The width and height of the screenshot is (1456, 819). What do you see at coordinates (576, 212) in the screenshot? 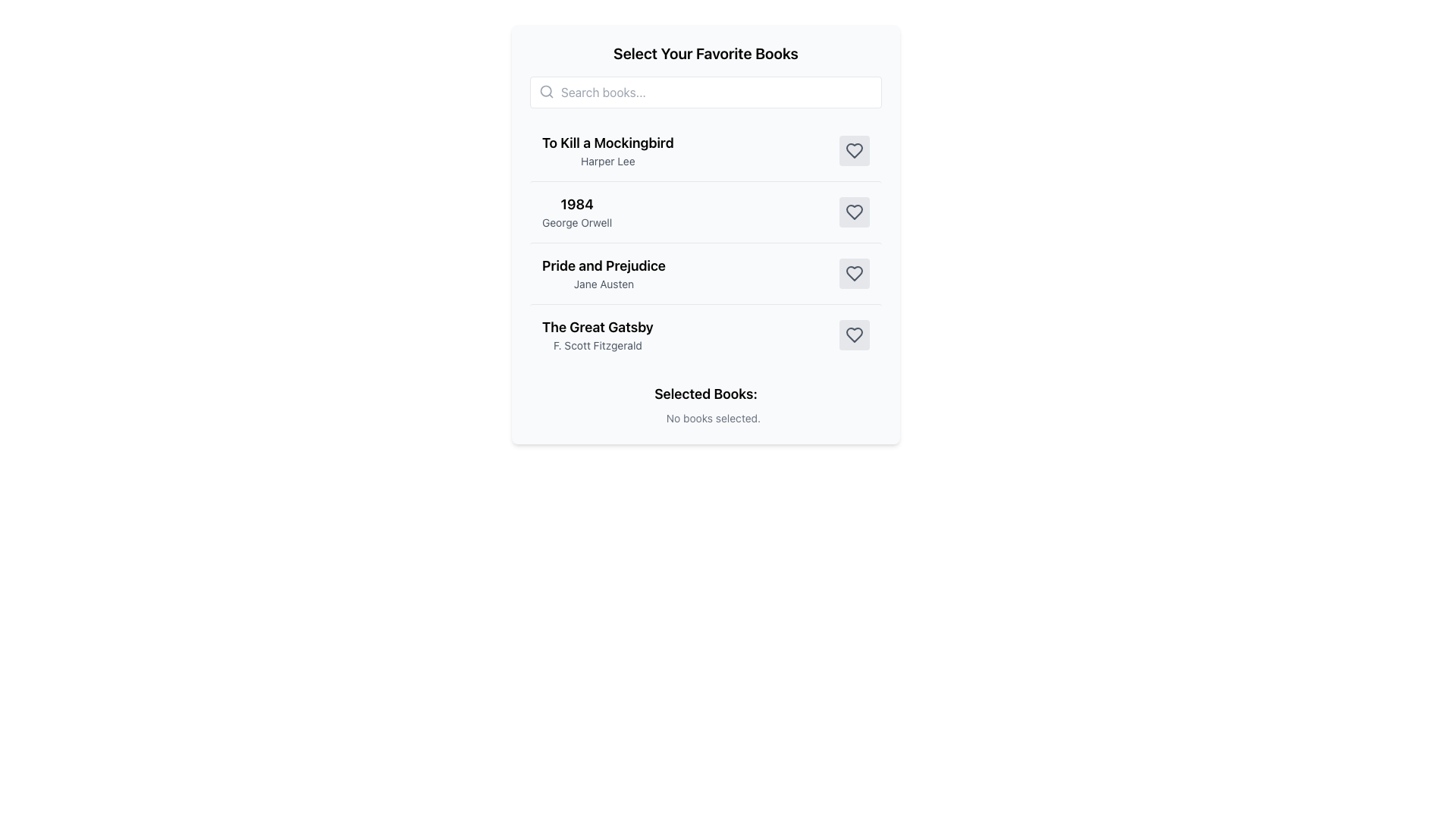
I see `the text label displaying the book title '1984' by George Orwell, which is the second item in the book selection list` at bounding box center [576, 212].